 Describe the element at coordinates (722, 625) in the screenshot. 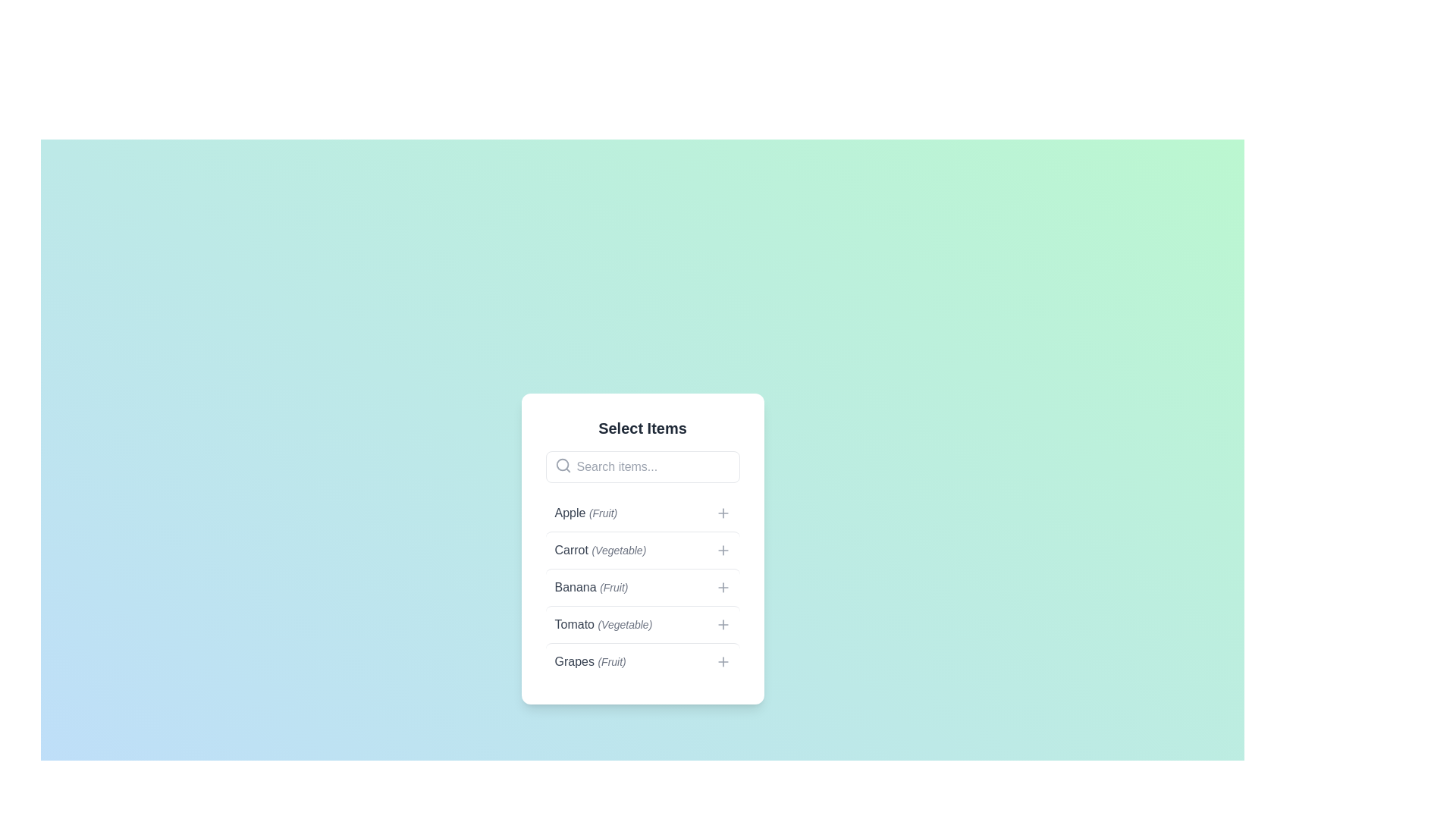

I see `the small gray plus sign icon at the far right of the 'Tomato (Vegetable)' list item` at that location.